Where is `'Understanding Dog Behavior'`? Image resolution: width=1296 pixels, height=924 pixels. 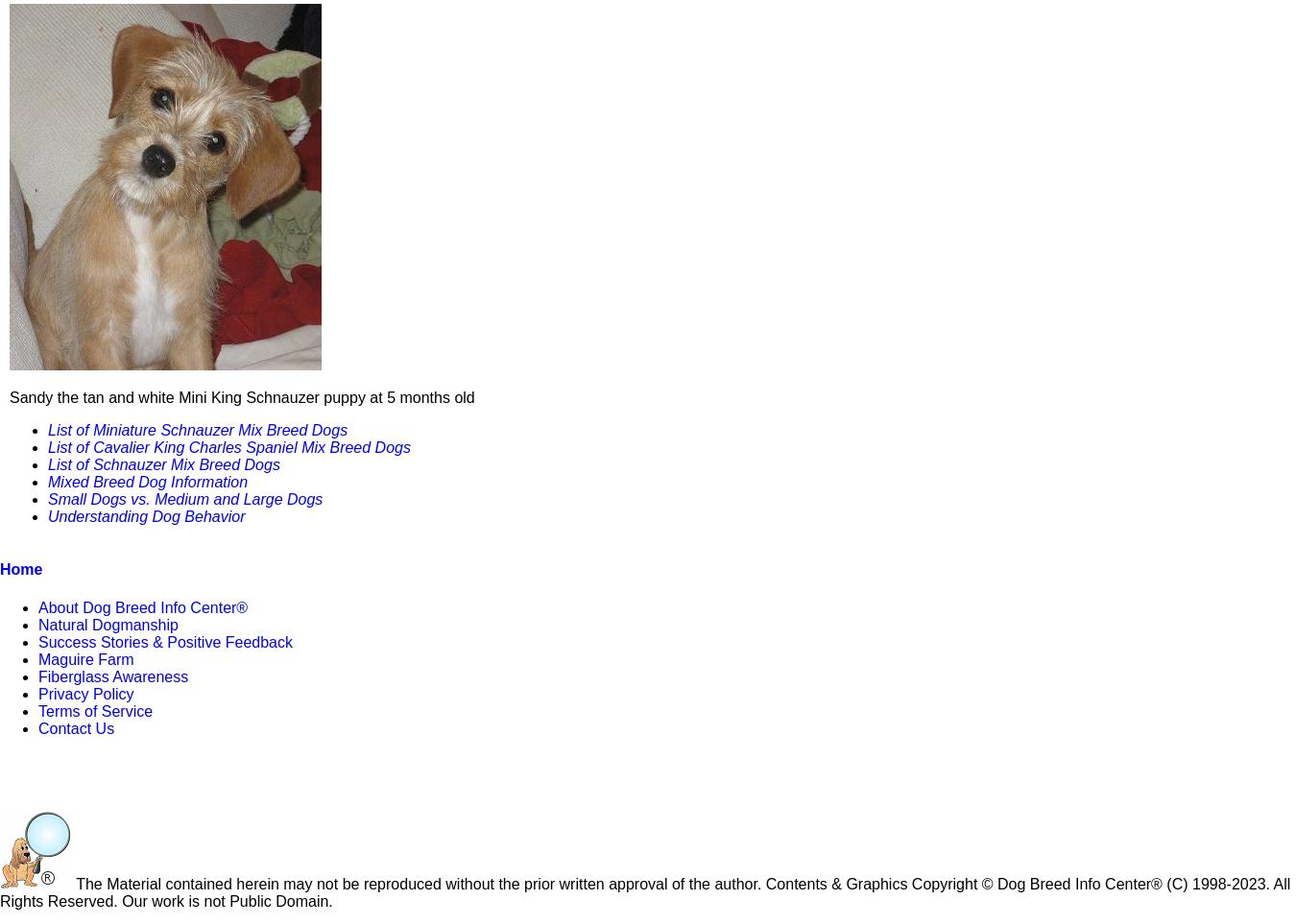 'Understanding Dog Behavior' is located at coordinates (146, 515).